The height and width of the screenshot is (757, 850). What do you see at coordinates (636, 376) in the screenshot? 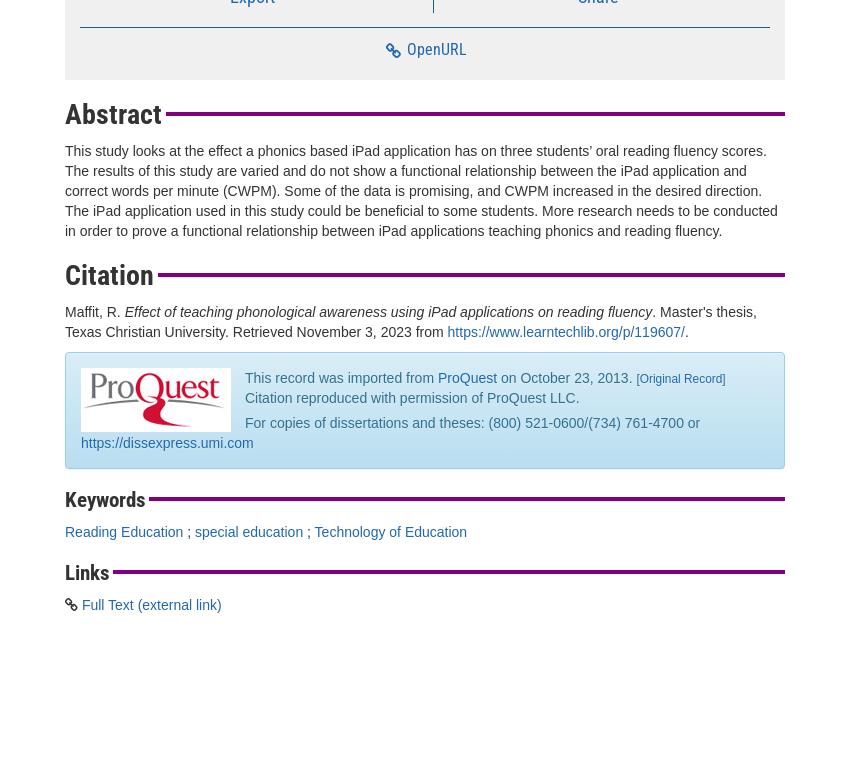
I see `'['` at bounding box center [636, 376].